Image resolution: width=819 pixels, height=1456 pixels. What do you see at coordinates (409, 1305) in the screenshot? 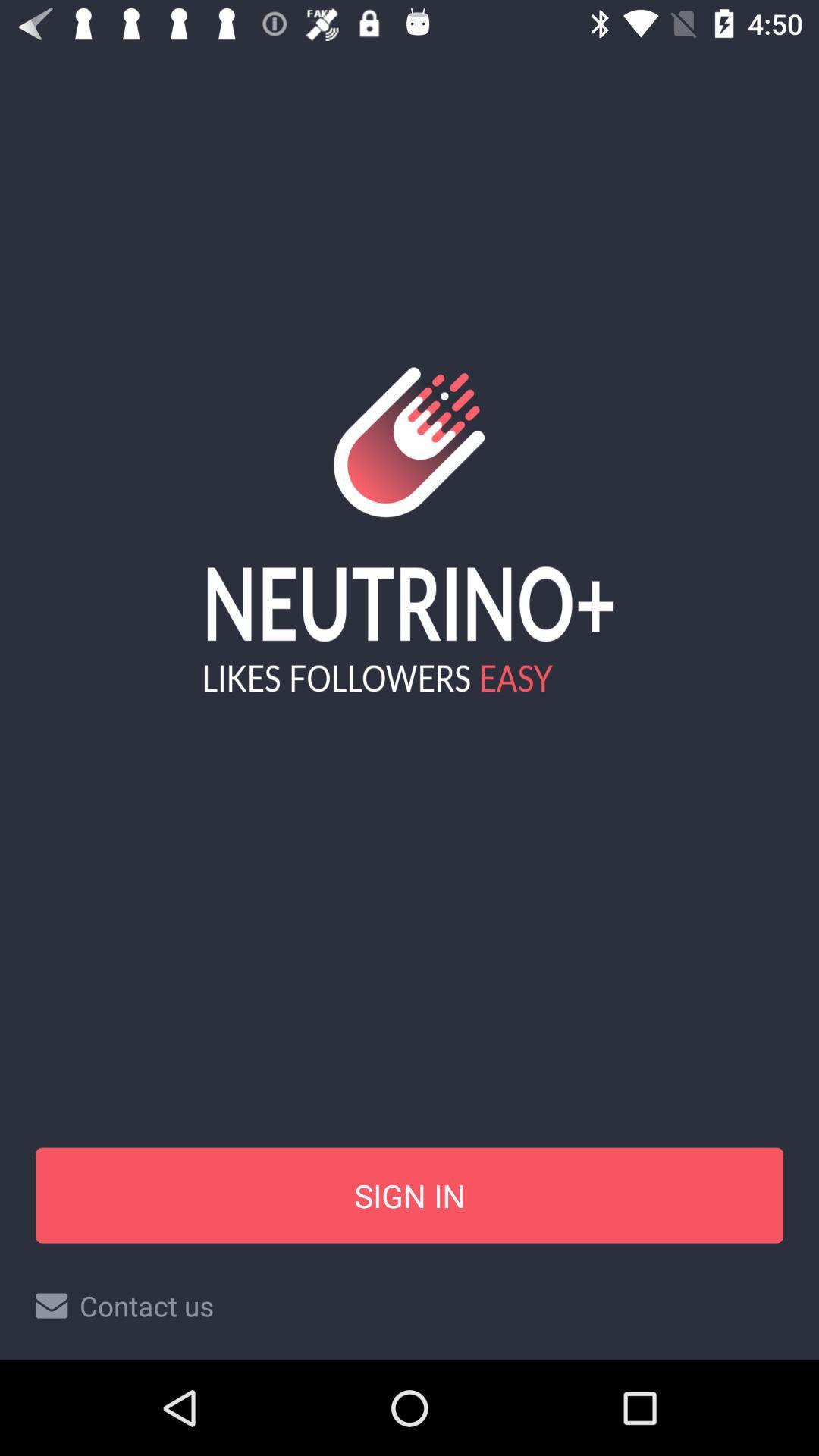
I see `the contact us icon` at bounding box center [409, 1305].